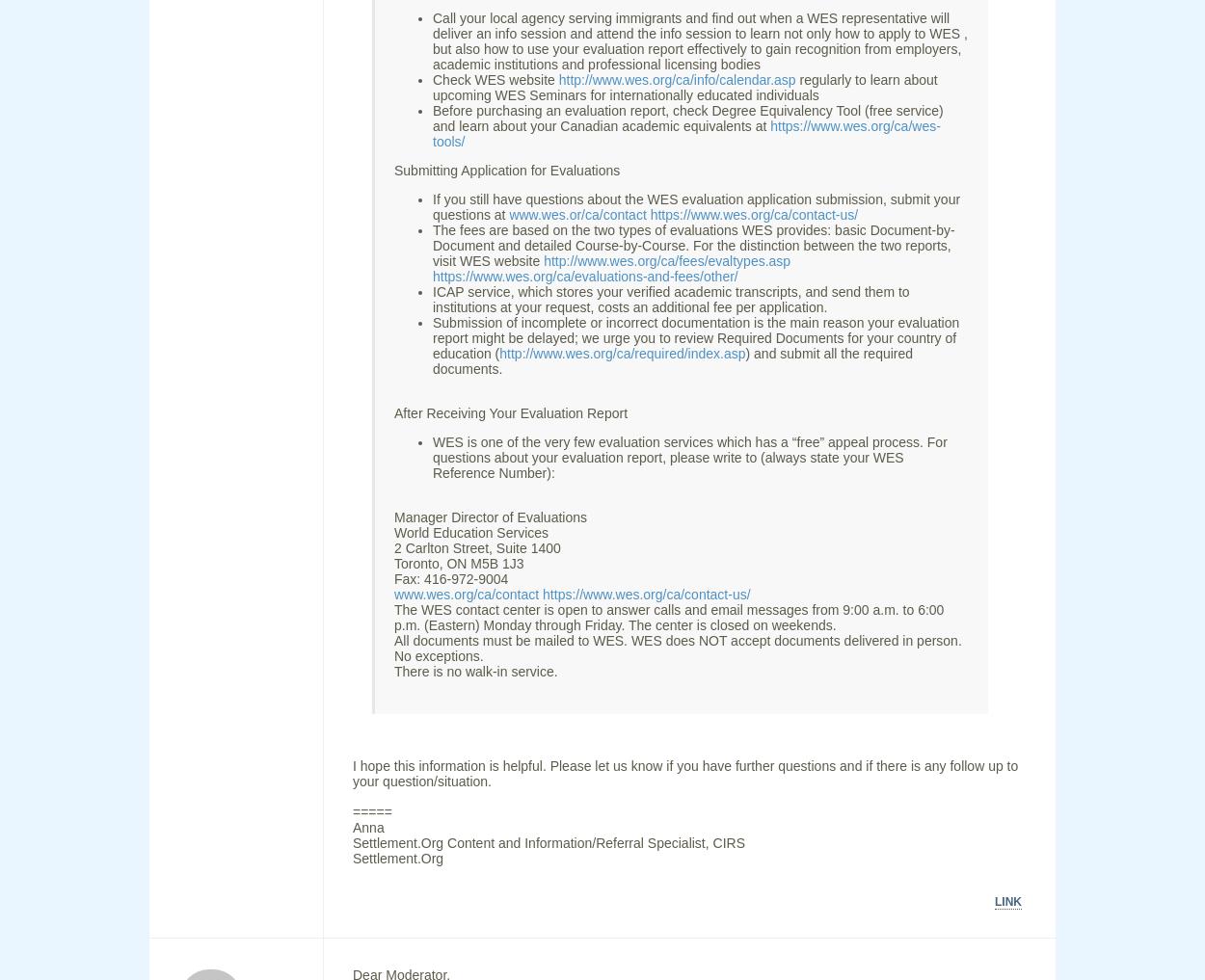 The height and width of the screenshot is (980, 1205). What do you see at coordinates (495, 79) in the screenshot?
I see `'Check WES website'` at bounding box center [495, 79].